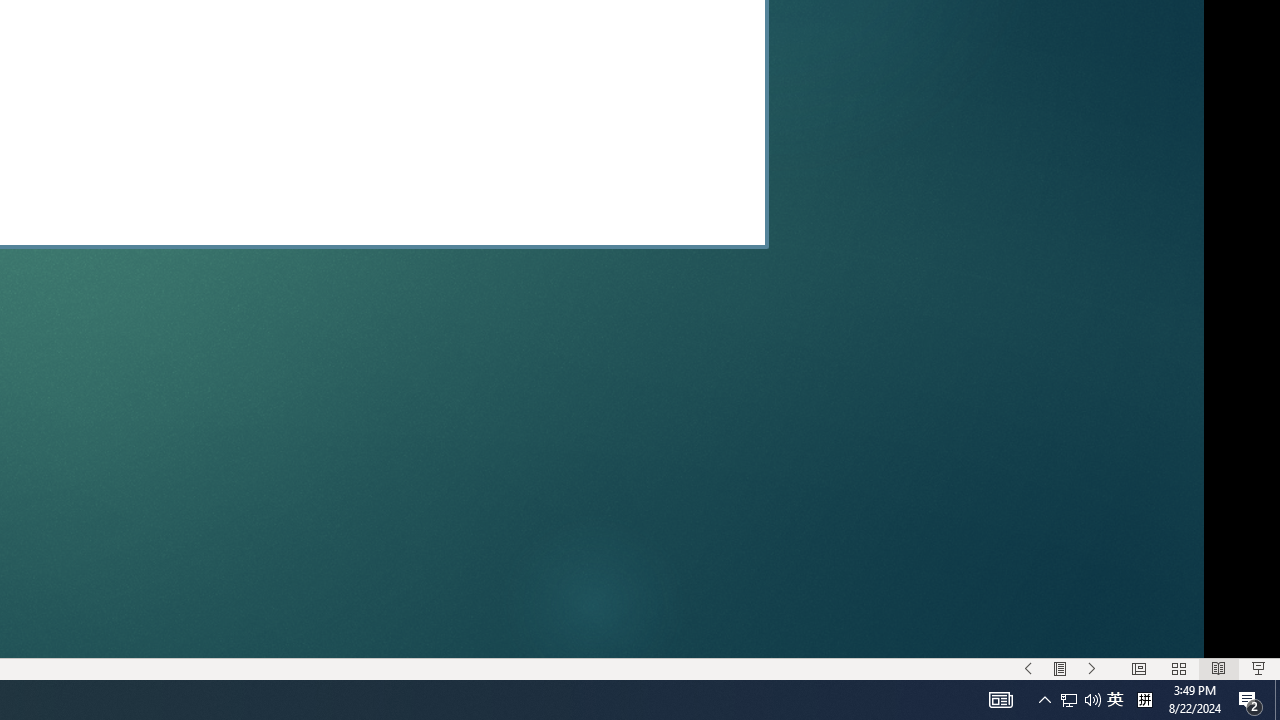 This screenshot has width=1280, height=720. I want to click on 'Menu On', so click(1059, 669).